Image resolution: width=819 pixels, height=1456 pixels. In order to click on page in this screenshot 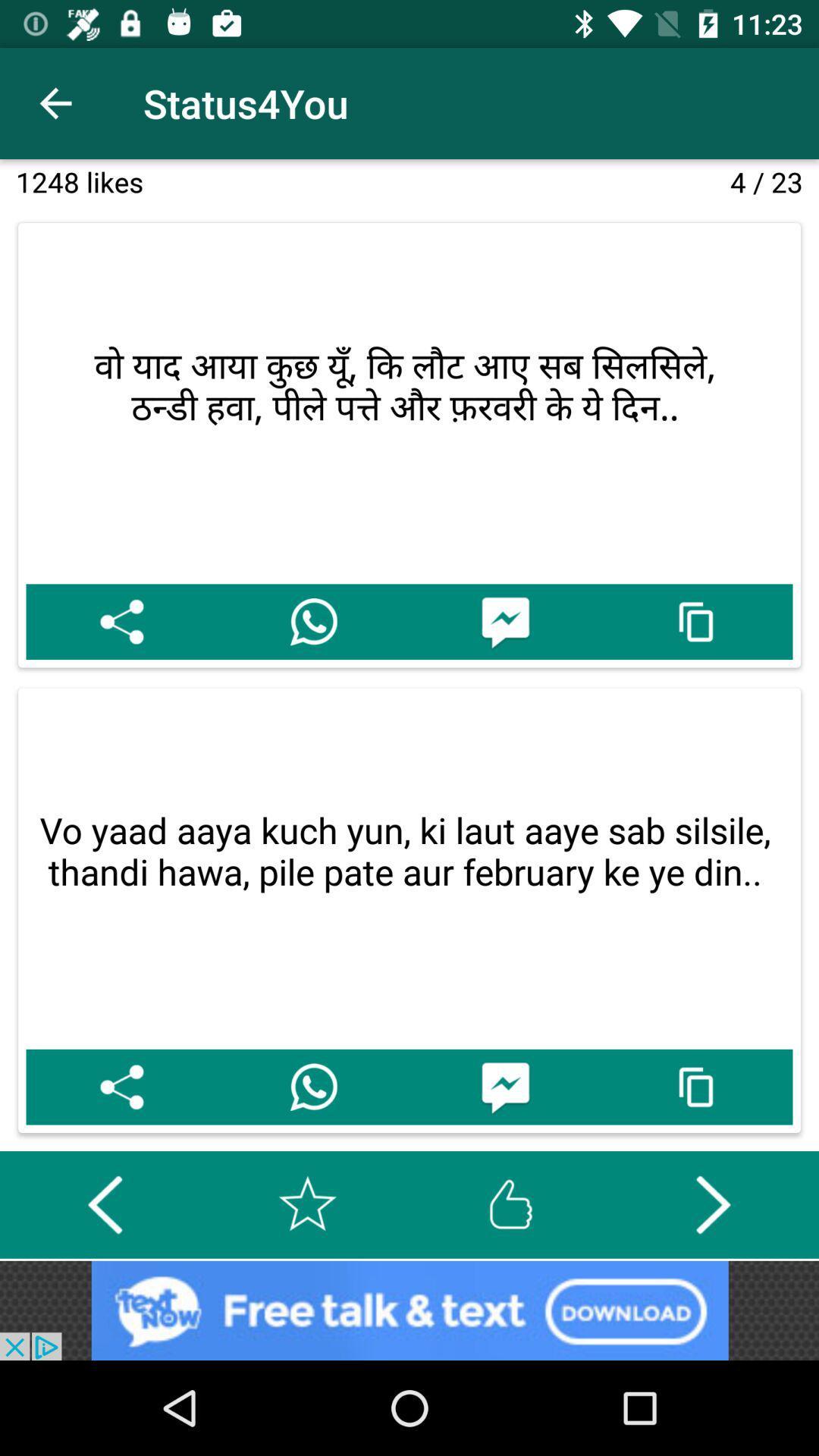, I will do `click(307, 1203)`.